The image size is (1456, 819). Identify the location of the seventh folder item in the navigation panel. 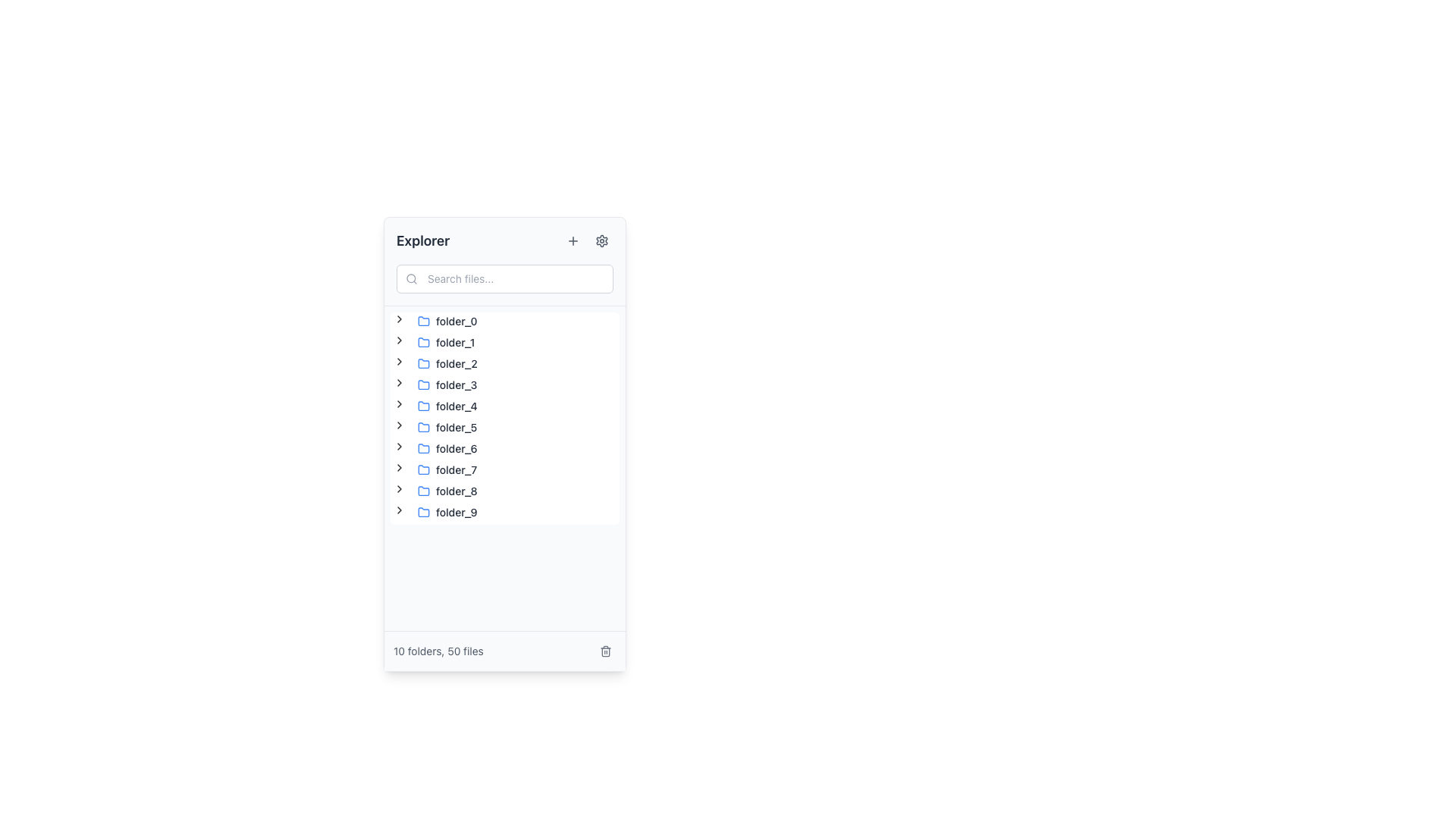
(447, 469).